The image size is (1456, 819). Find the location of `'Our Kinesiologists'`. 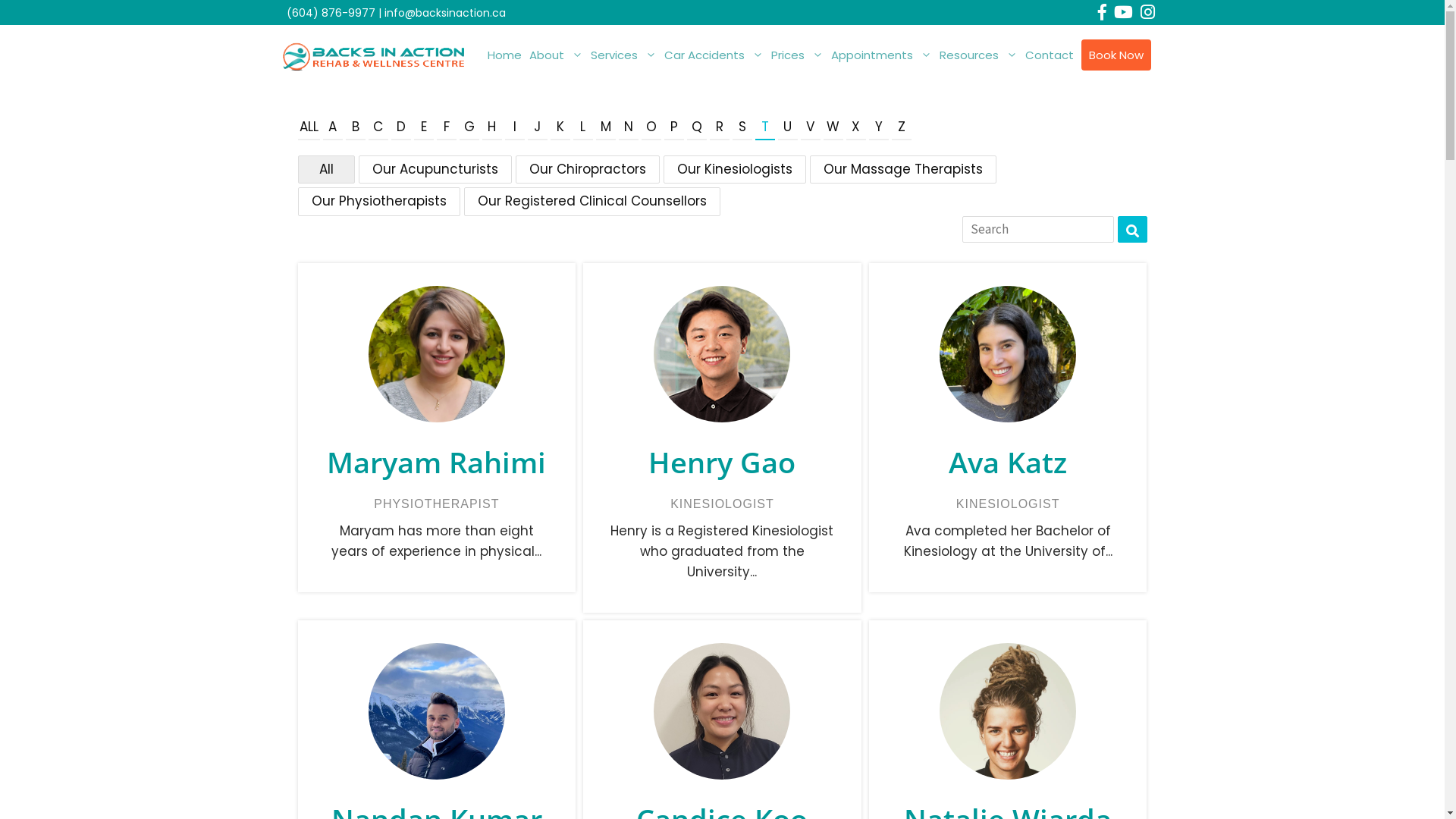

'Our Kinesiologists' is located at coordinates (734, 168).